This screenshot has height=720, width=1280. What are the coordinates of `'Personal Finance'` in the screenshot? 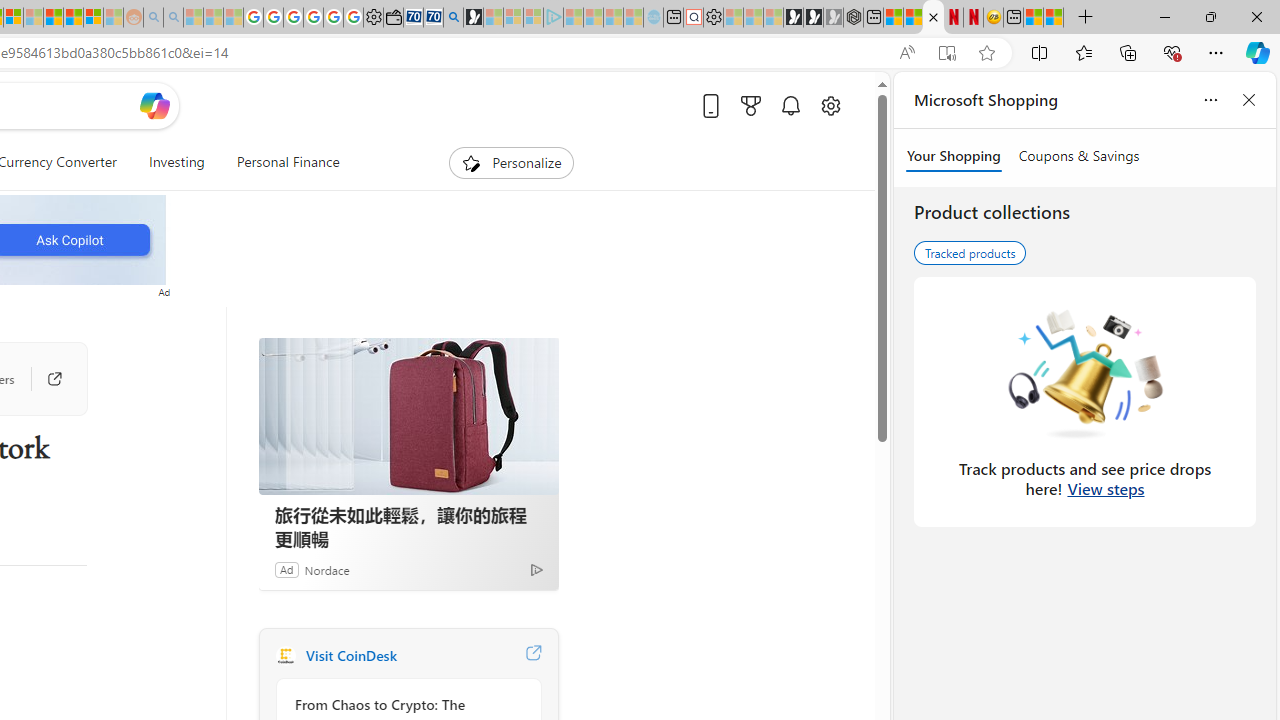 It's located at (279, 162).